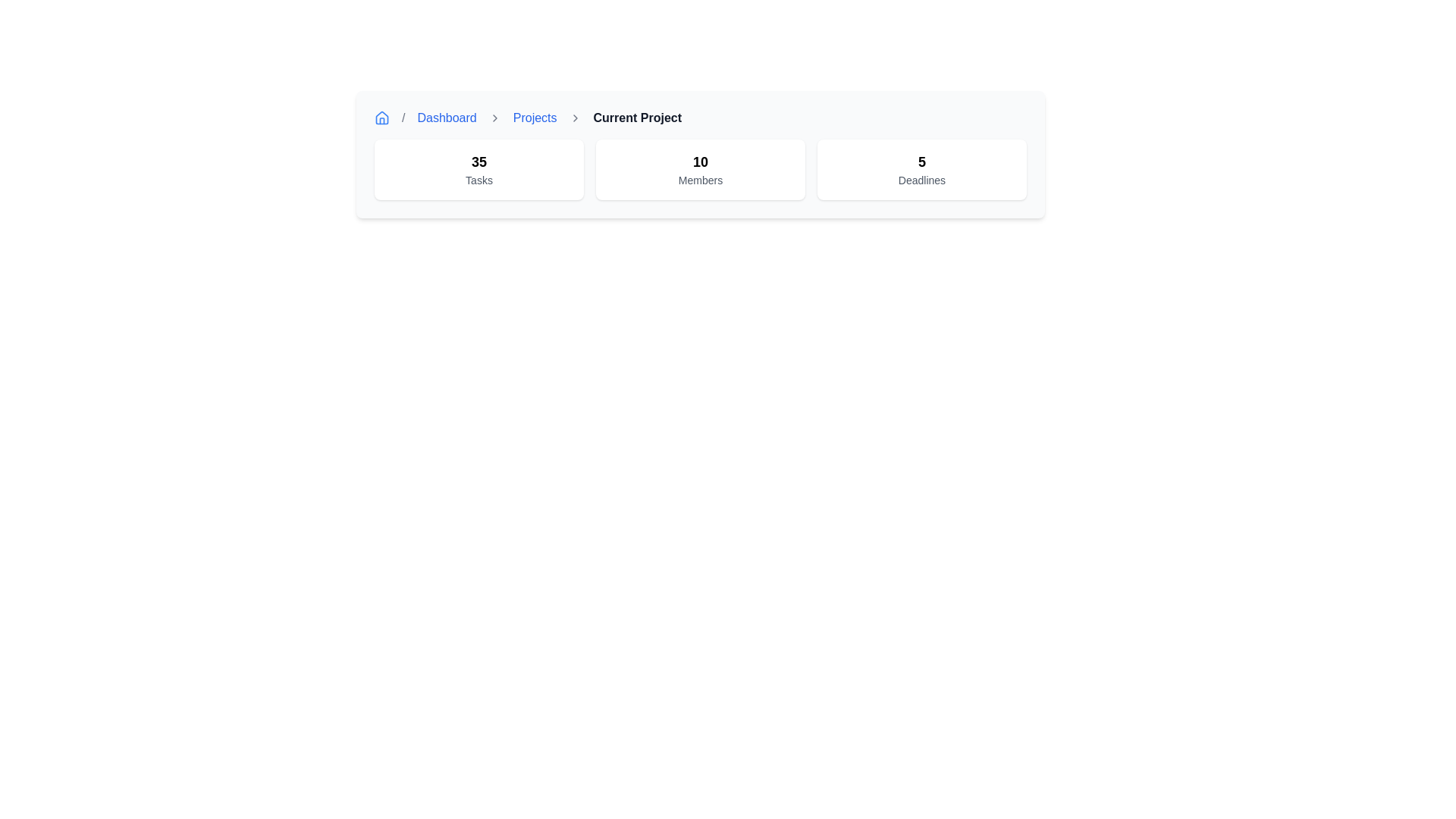  What do you see at coordinates (574, 117) in the screenshot?
I see `the third chevron arrow icon in the breadcrumb navigation that separates the 'Projects' link and 'Current Project' label, located in the upper left section of the interface` at bounding box center [574, 117].